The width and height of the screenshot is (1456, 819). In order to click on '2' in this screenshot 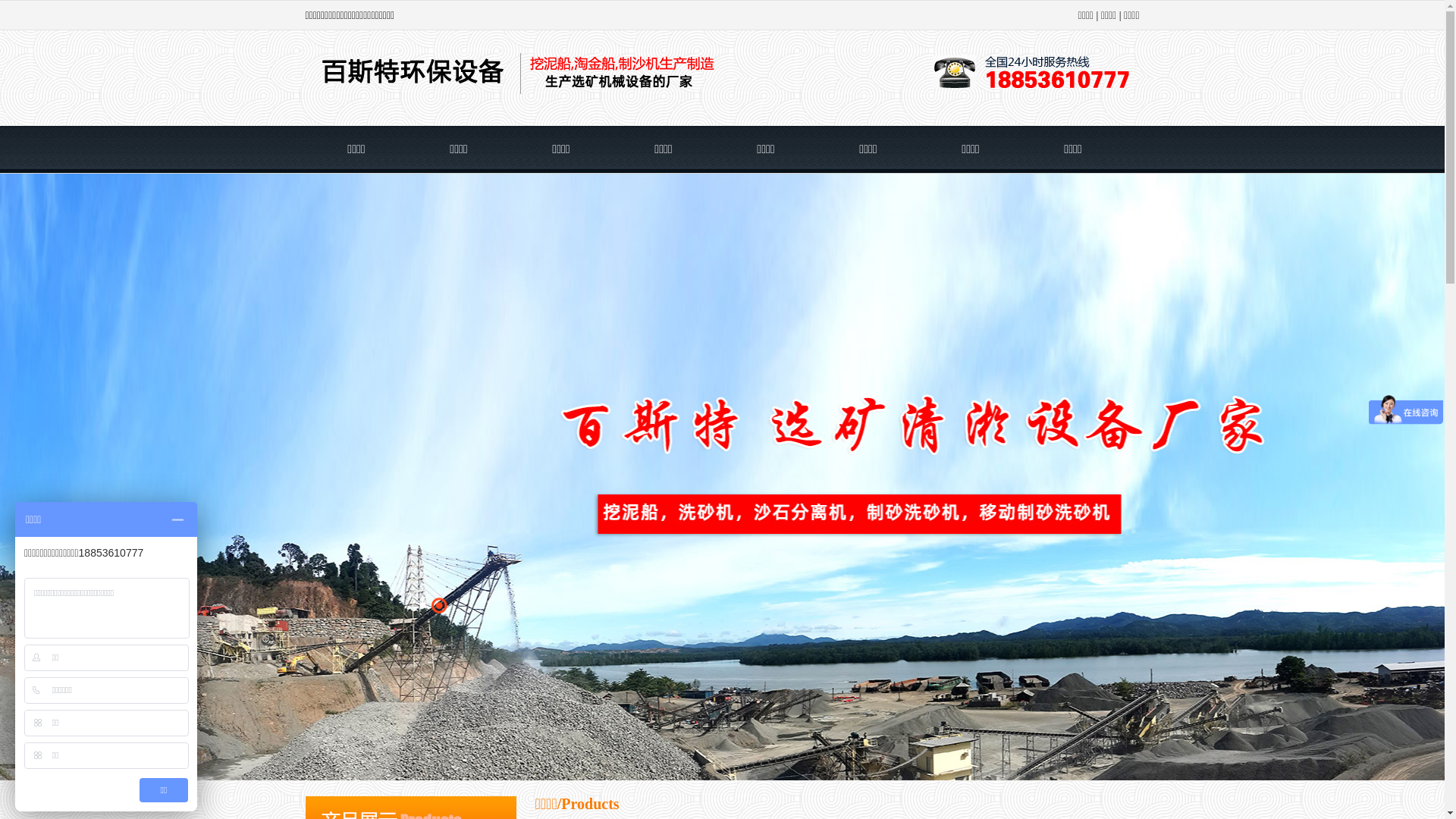, I will do `click(438, 604)`.